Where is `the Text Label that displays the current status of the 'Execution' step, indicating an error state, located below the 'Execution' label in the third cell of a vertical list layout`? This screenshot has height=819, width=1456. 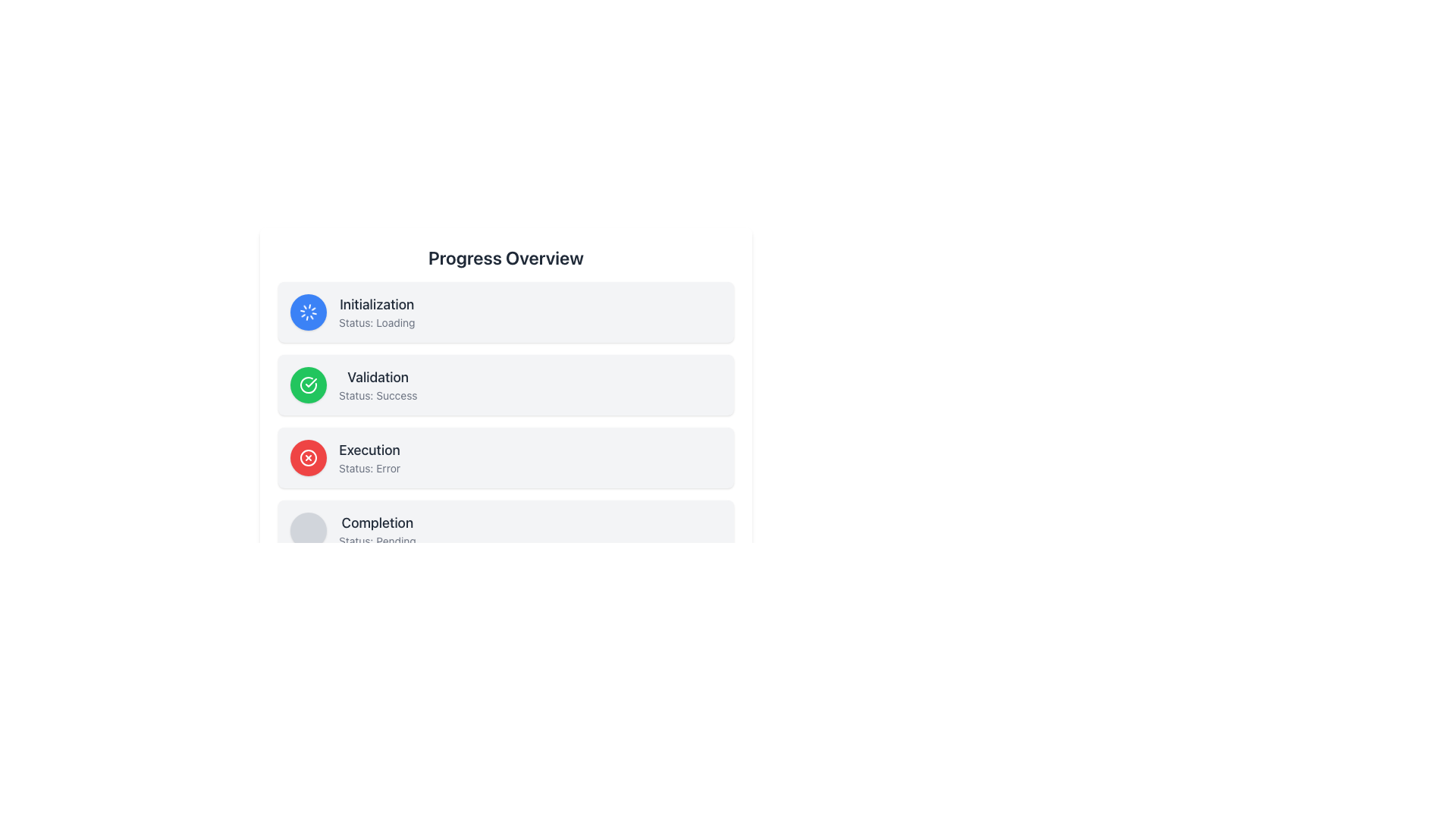
the Text Label that displays the current status of the 'Execution' step, indicating an error state, located below the 'Execution' label in the third cell of a vertical list layout is located at coordinates (369, 467).